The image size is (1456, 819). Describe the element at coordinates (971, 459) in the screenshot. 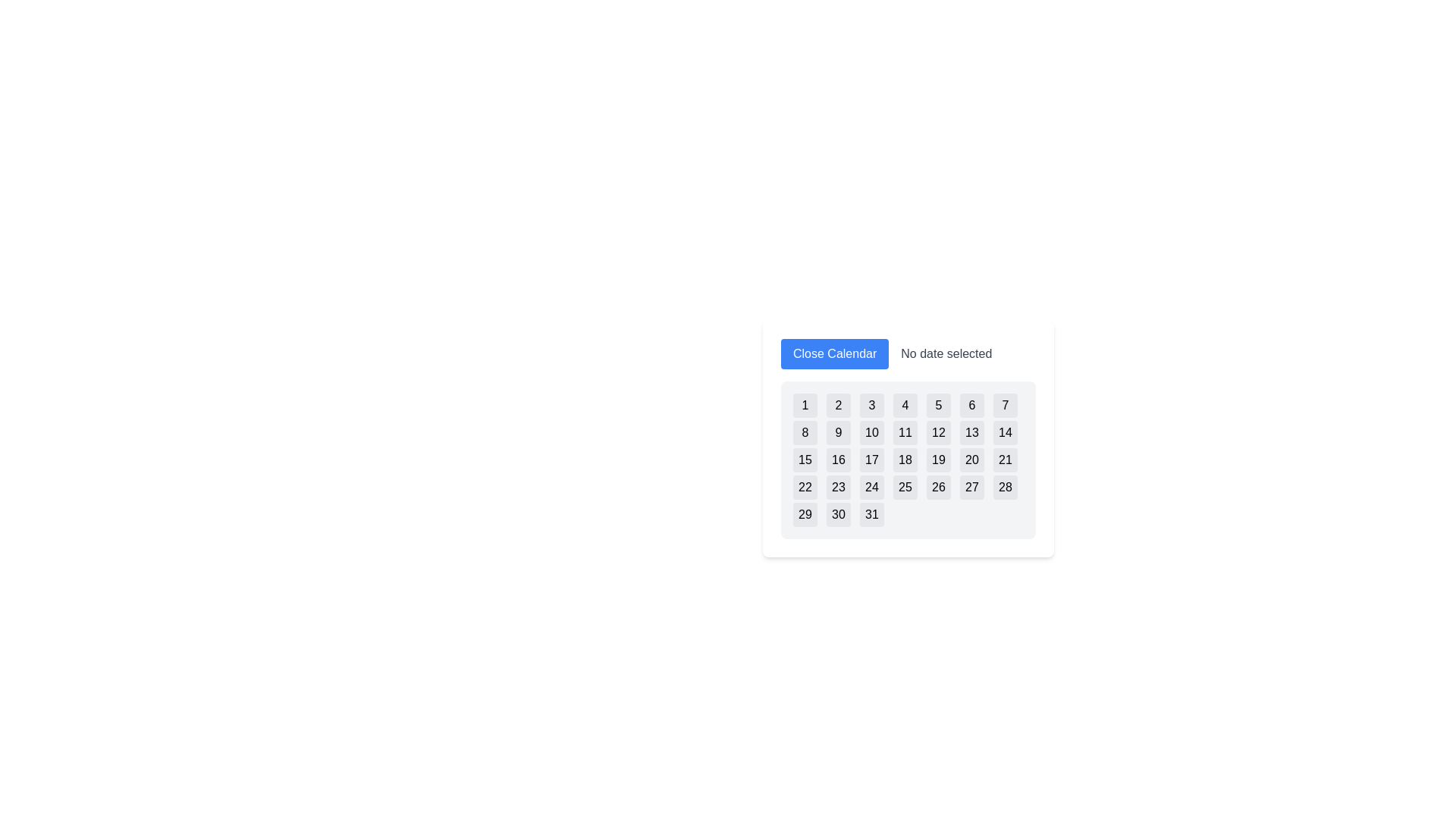

I see `the gray square button with rounded edges displaying the numeral '20'` at that location.